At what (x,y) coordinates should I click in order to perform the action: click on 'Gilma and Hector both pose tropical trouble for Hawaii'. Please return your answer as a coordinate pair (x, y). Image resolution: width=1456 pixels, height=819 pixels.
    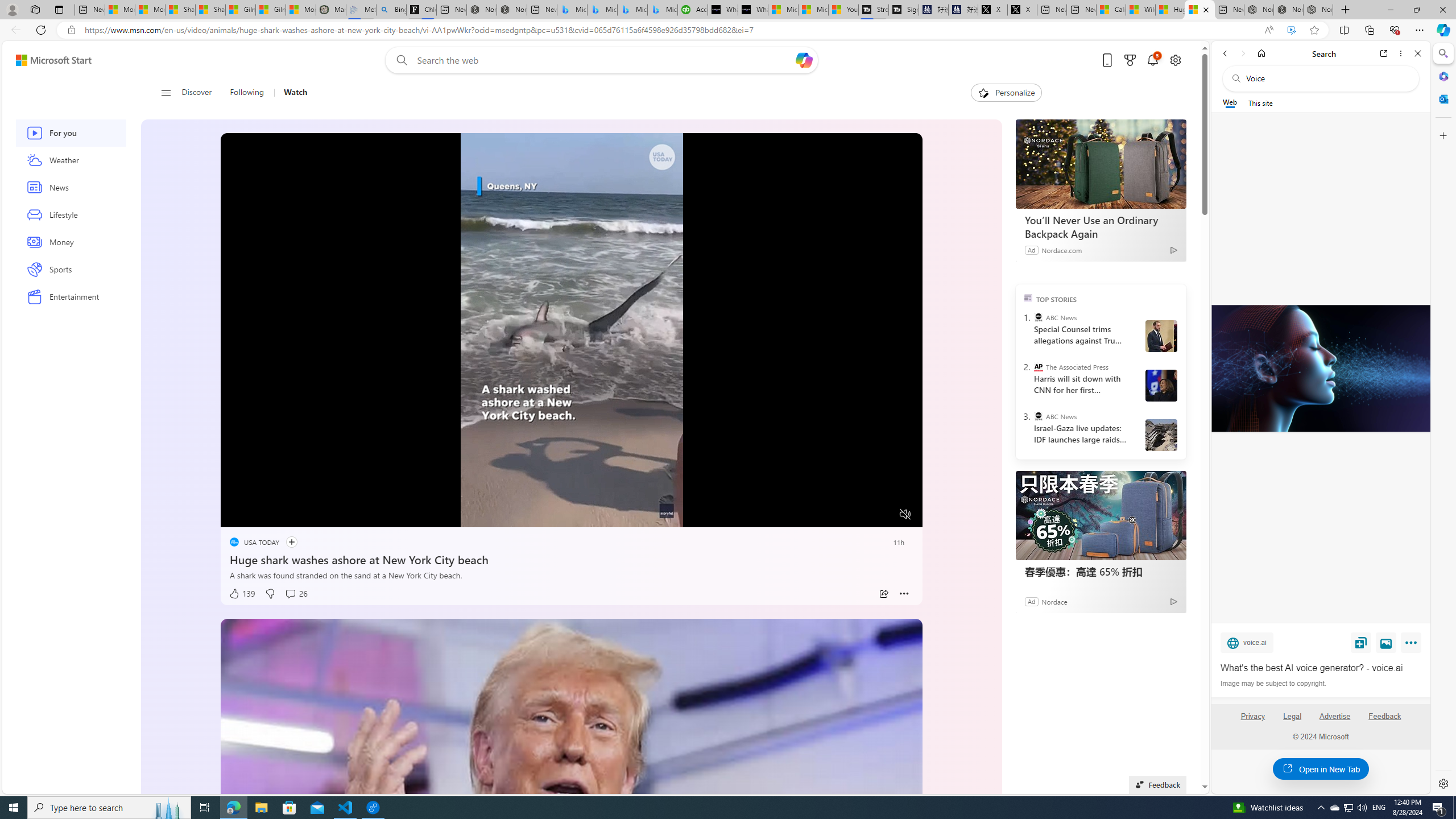
    Looking at the image, I should click on (271, 9).